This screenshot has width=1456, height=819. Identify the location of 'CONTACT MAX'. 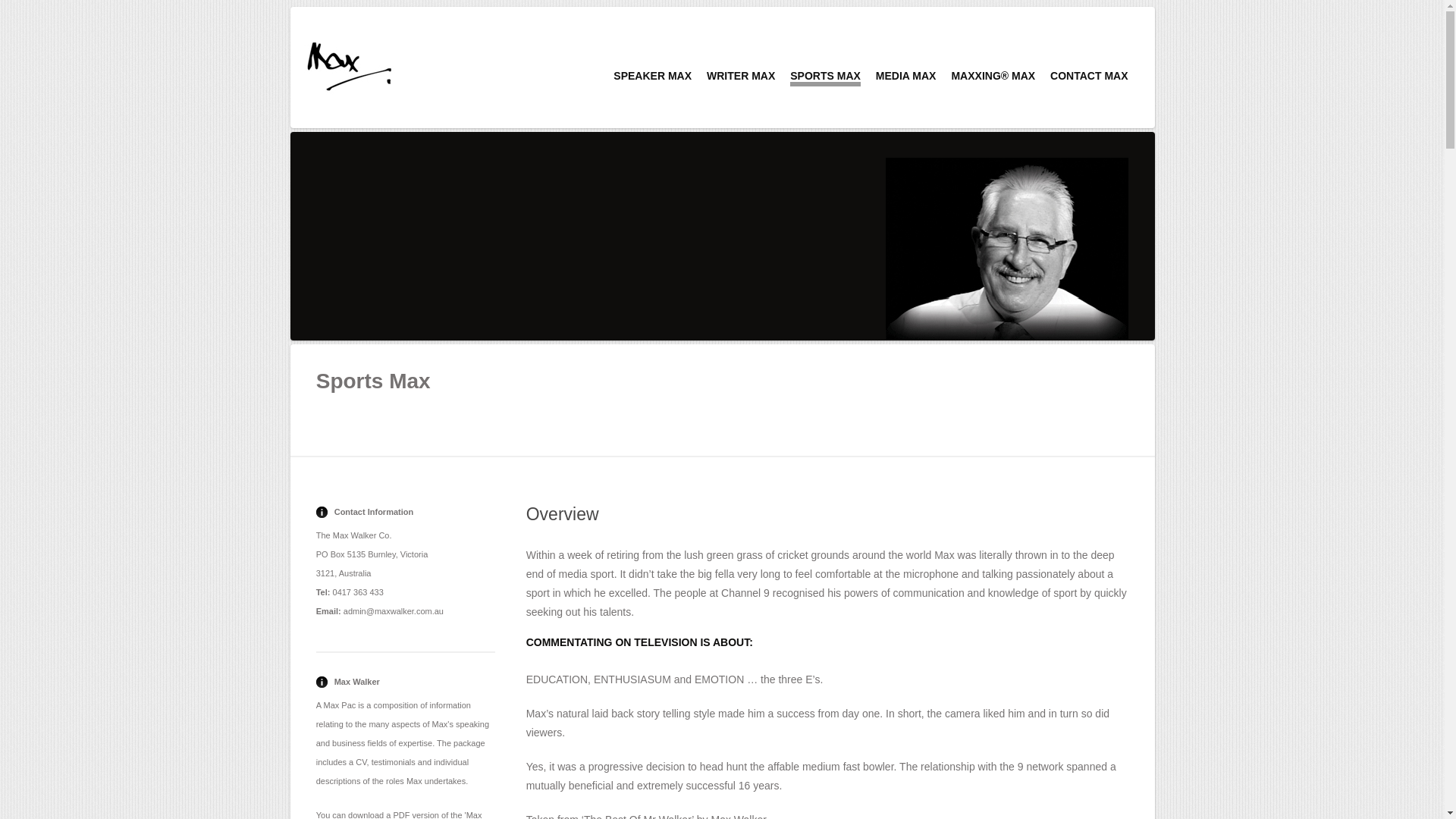
(1087, 76).